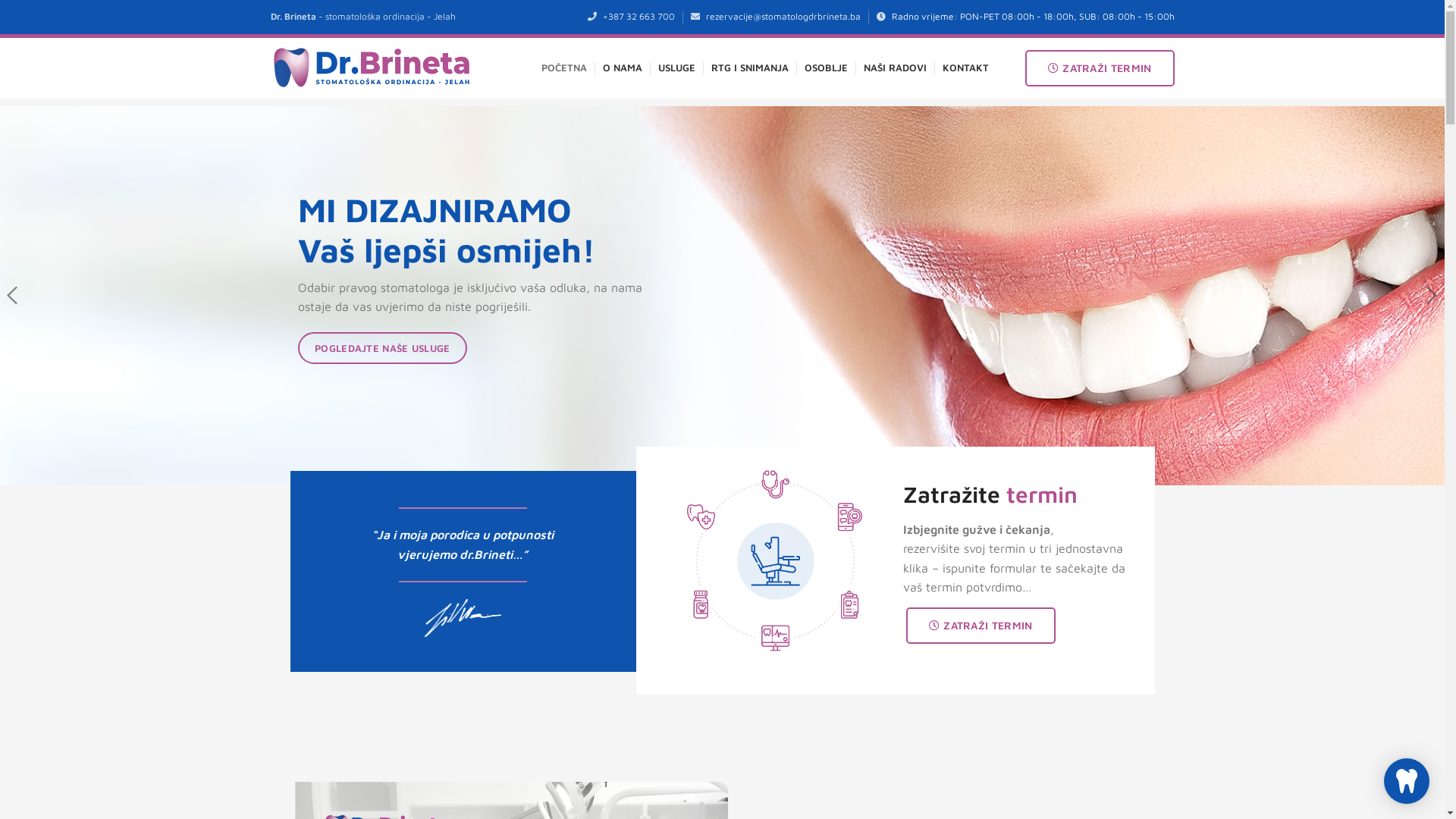  What do you see at coordinates (783, 16) in the screenshot?
I see `'rezervacije@stomatologdrbrineta.ba'` at bounding box center [783, 16].